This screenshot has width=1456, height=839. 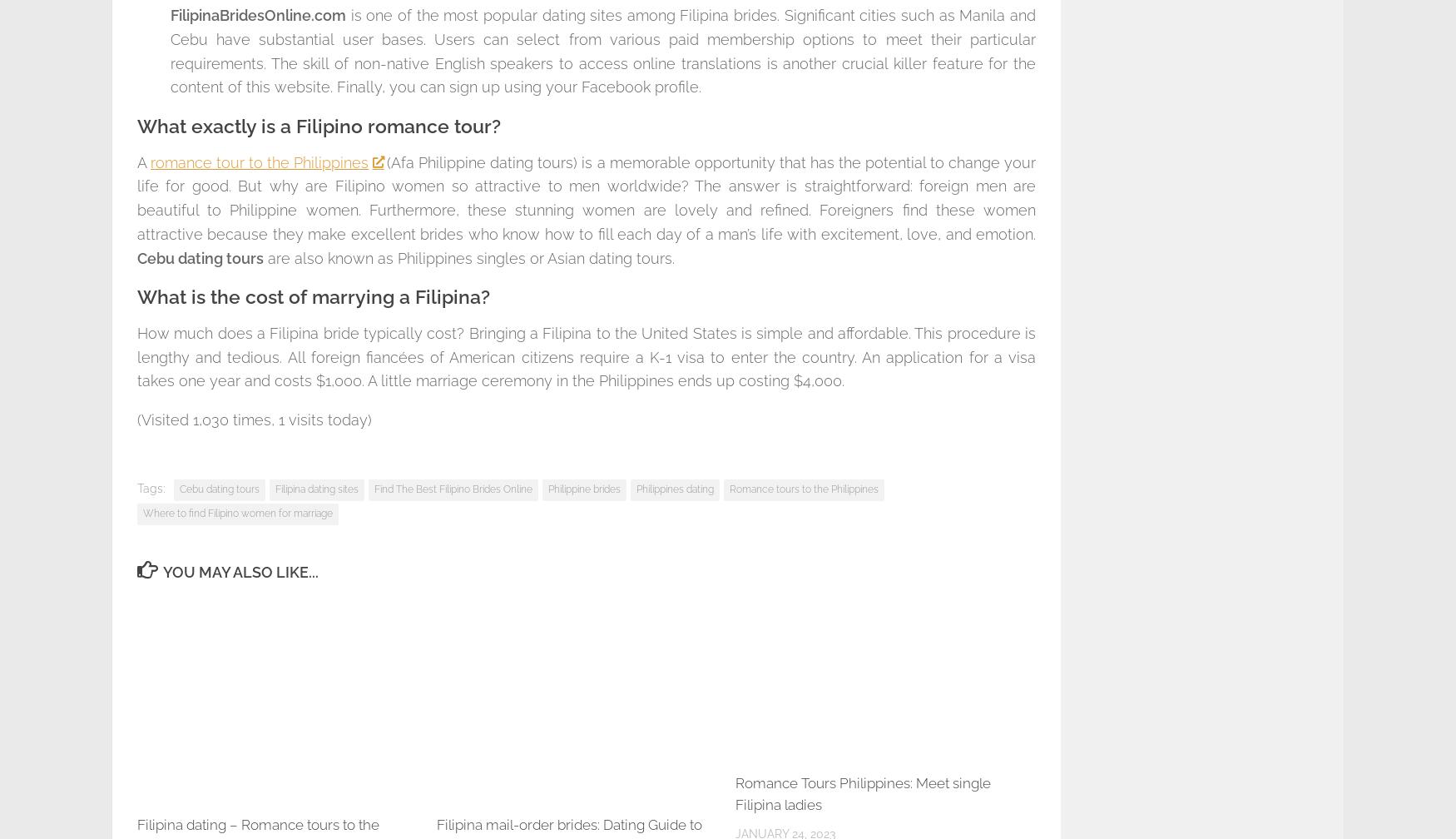 What do you see at coordinates (587, 197) in the screenshot?
I see `'(Afa Philippine dating tours) is a memorable opportunity that has the potential to change your life for good. But why are Filipino women so attractive to men worldwide? The answer is straightforward: foreign men are beautiful to Philippine women. Furthermore, these stunning women are lovely and refined. Foreigners find these women attractive because they make excellent brides who know how to fill each day of a man’s life with excitement, love, and emotion.'` at bounding box center [587, 197].